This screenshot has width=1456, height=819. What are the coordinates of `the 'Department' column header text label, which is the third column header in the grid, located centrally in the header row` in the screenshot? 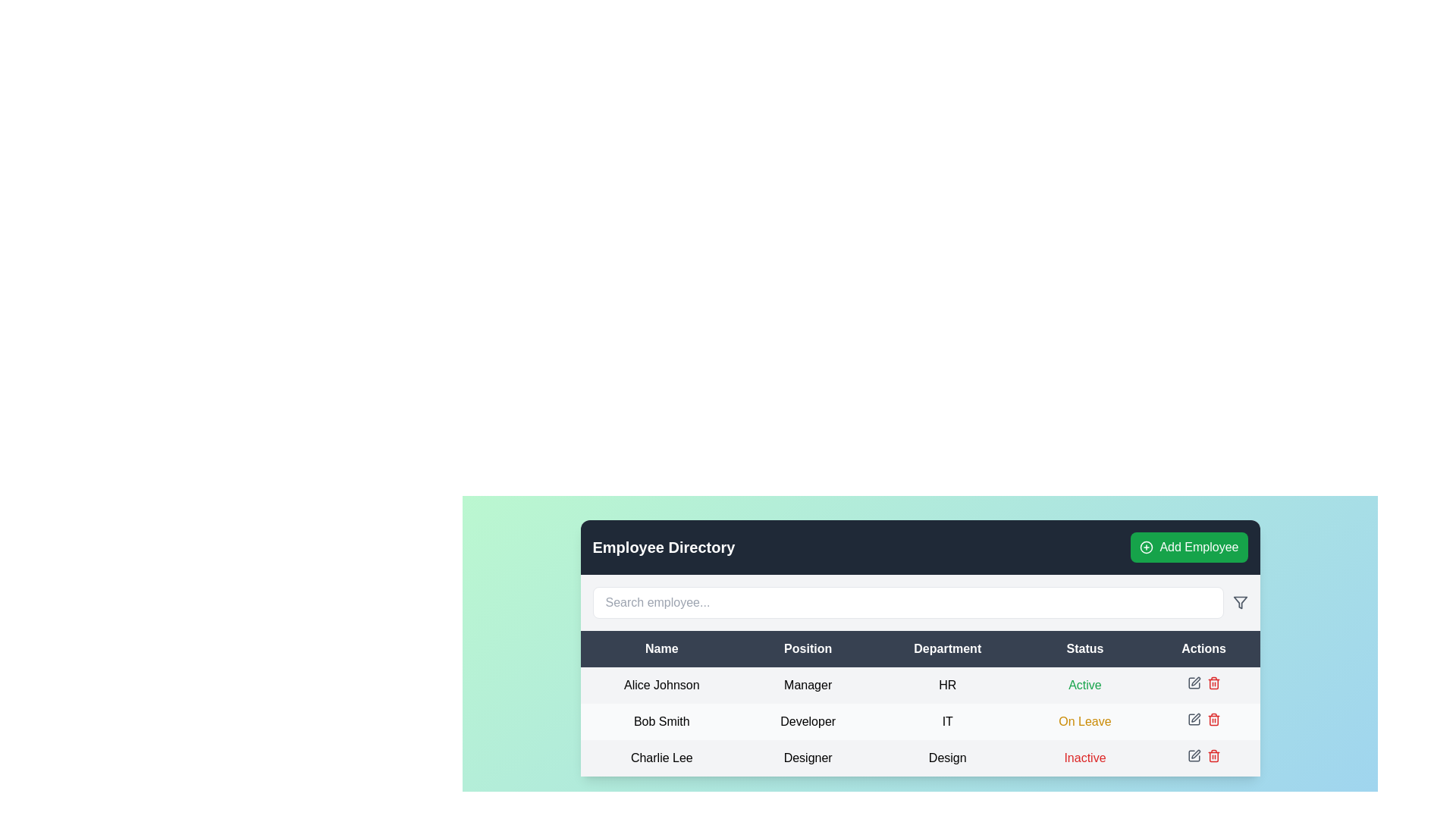 It's located at (946, 648).